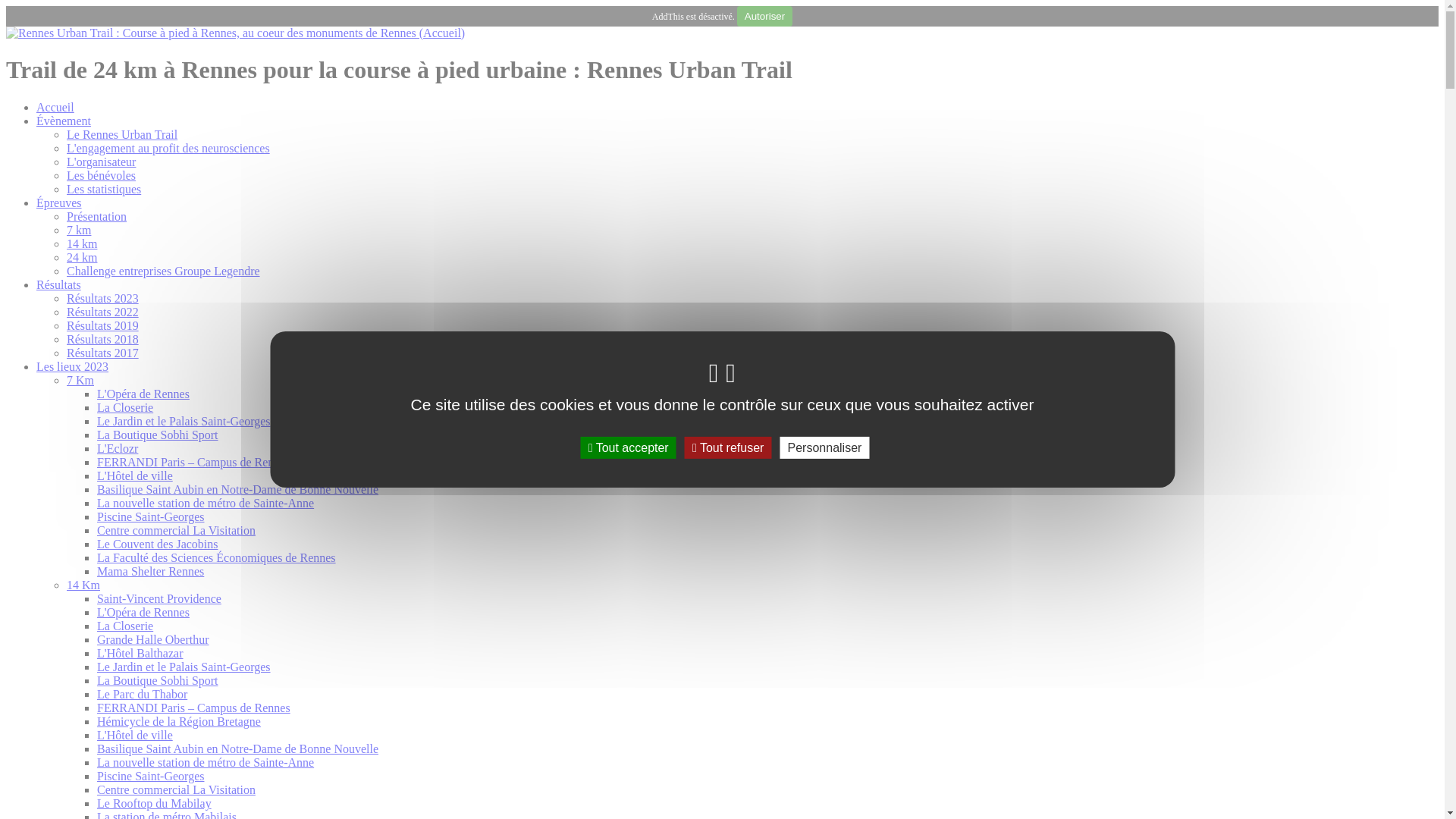 Image resolution: width=1456 pixels, height=819 pixels. Describe the element at coordinates (65, 188) in the screenshot. I see `'Les statistiques'` at that location.